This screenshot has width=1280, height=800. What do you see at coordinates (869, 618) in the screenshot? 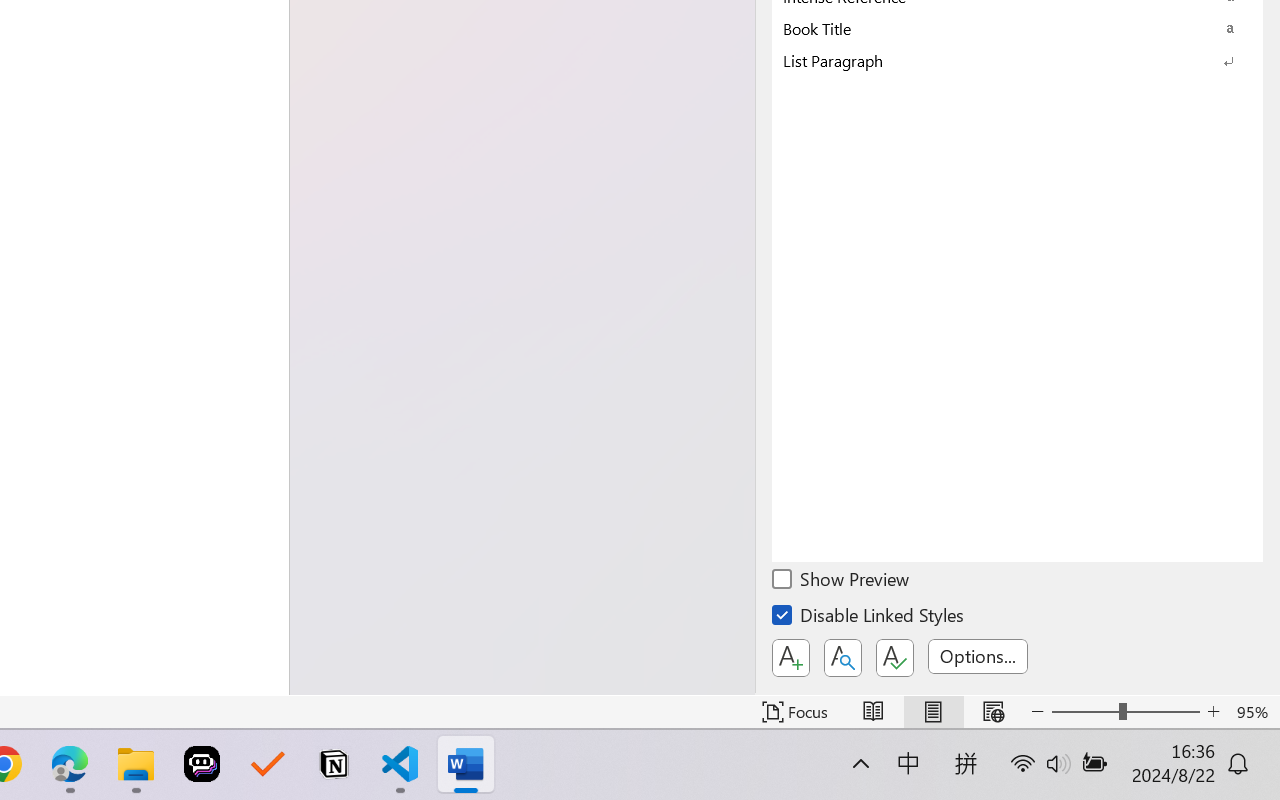
I see `'Disable Linked Styles'` at bounding box center [869, 618].